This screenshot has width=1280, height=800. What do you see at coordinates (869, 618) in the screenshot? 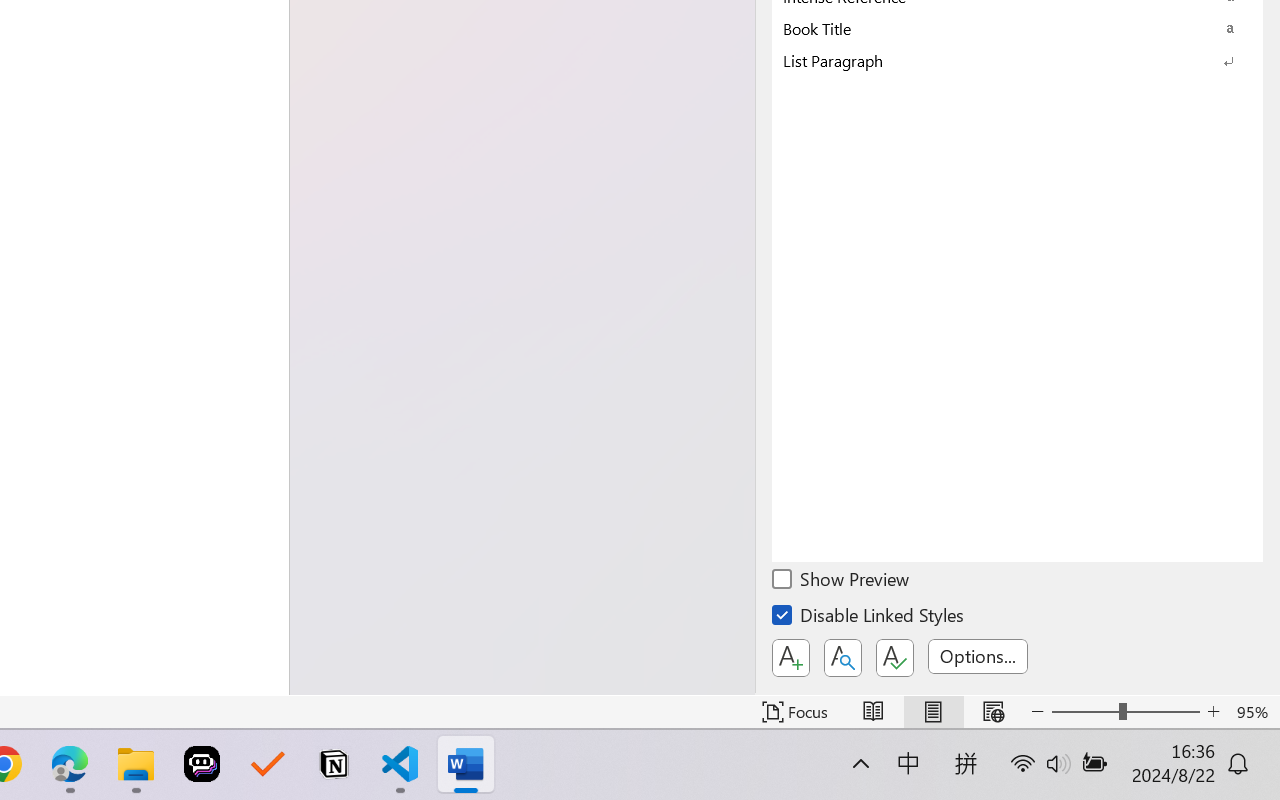
I see `'Disable Linked Styles'` at bounding box center [869, 618].